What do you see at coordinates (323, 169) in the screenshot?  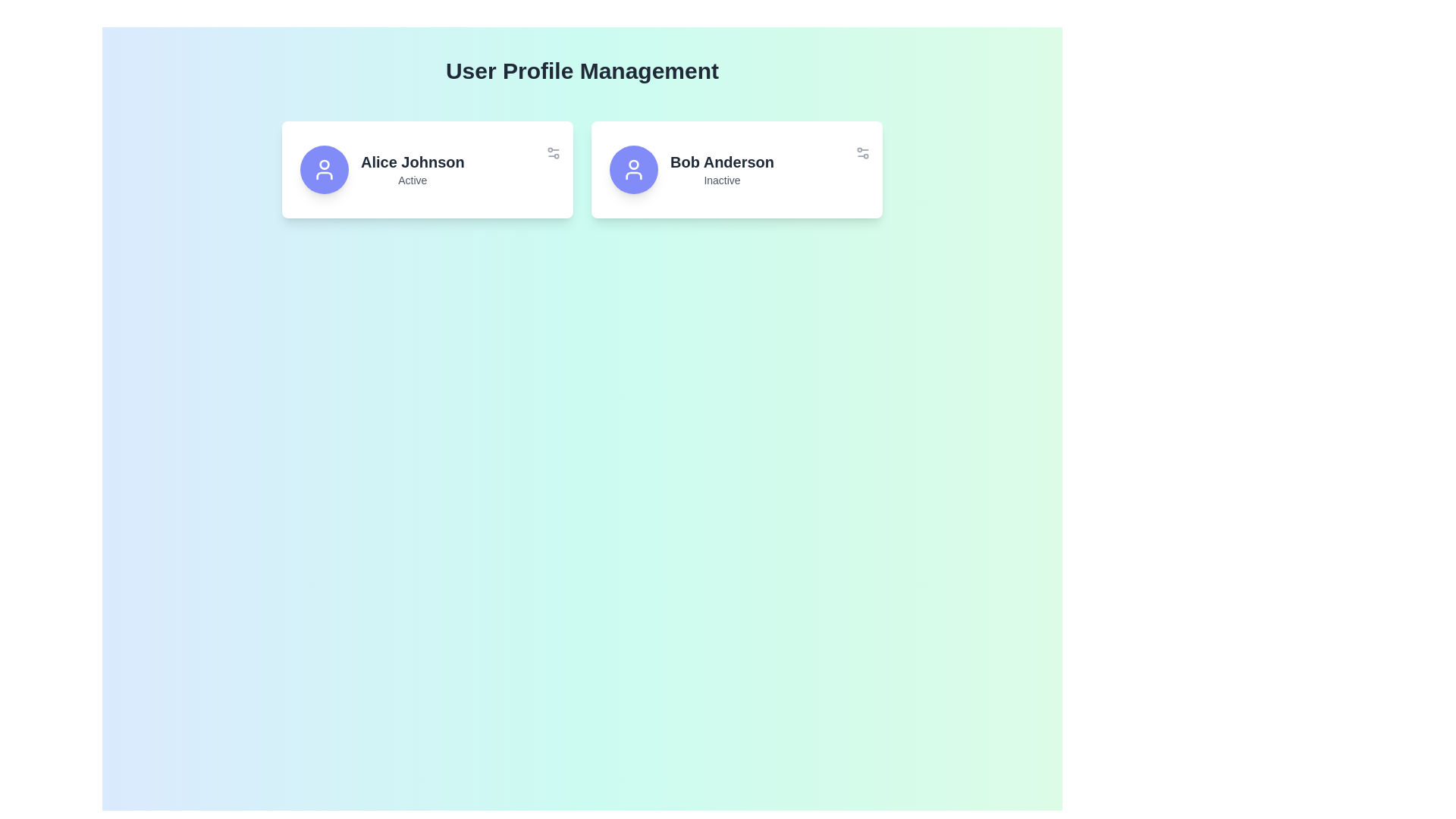 I see `the circular purple user icon representing 'Alice Johnson' to identify the user` at bounding box center [323, 169].